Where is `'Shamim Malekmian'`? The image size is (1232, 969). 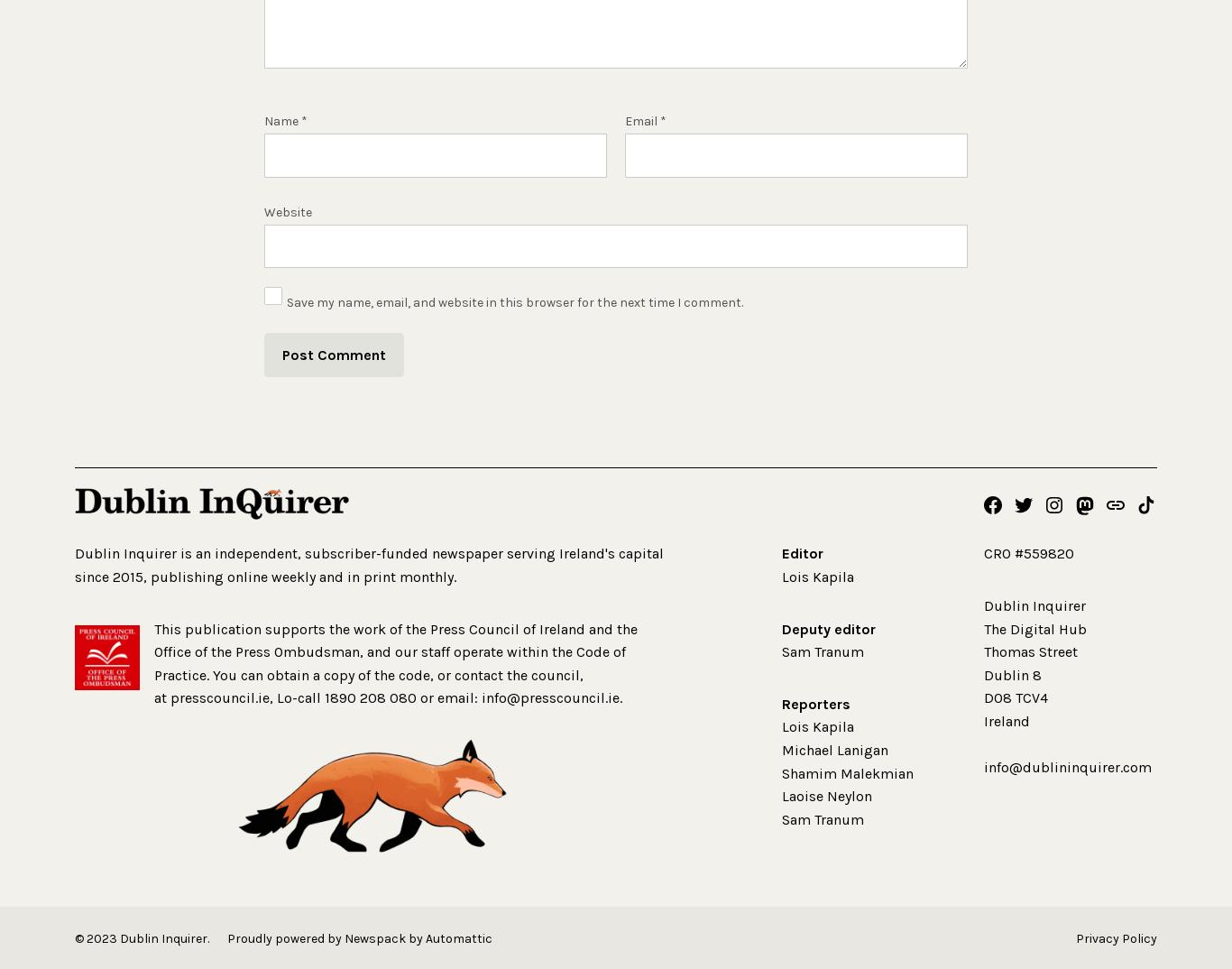 'Shamim Malekmian' is located at coordinates (781, 772).